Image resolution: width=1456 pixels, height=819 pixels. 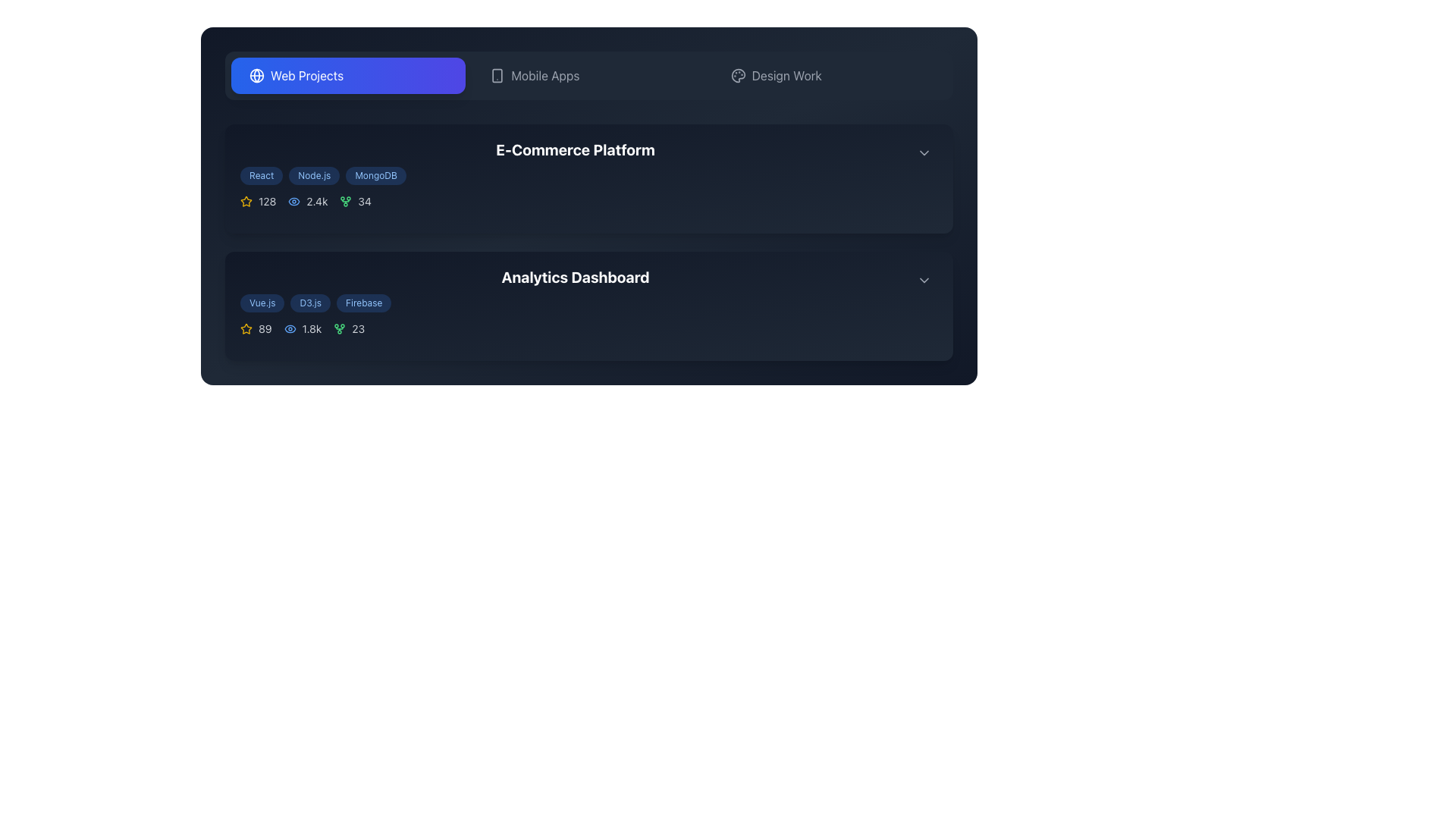 What do you see at coordinates (497, 76) in the screenshot?
I see `the representative icon for mobile-related items located to the left of the 'Mobile Apps' text, which is part of the navigation options row` at bounding box center [497, 76].